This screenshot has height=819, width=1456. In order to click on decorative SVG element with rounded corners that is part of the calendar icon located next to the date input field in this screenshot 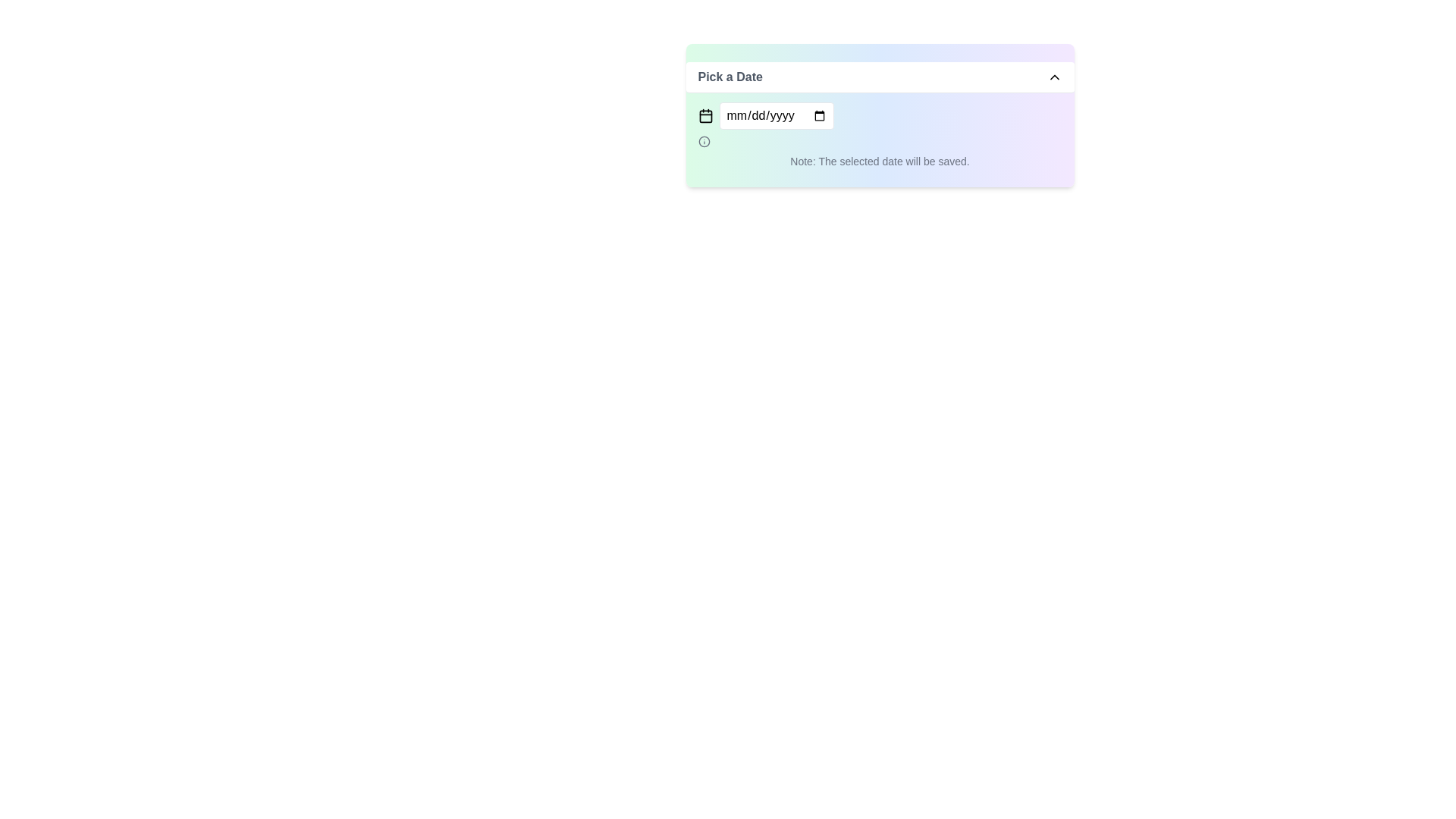, I will do `click(704, 115)`.